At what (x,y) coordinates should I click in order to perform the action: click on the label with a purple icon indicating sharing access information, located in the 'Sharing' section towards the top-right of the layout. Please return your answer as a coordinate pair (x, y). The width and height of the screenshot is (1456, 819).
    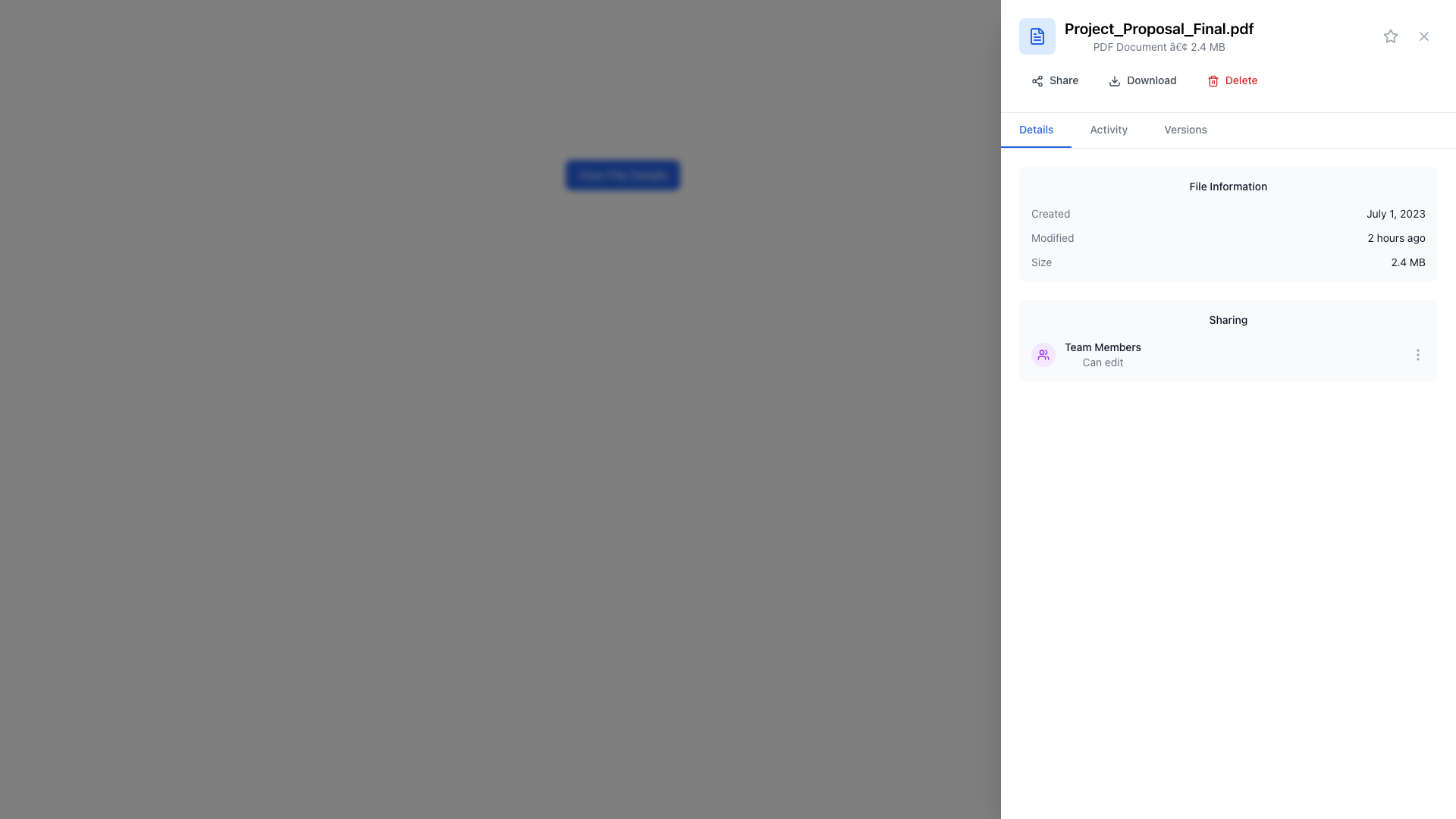
    Looking at the image, I should click on (1085, 354).